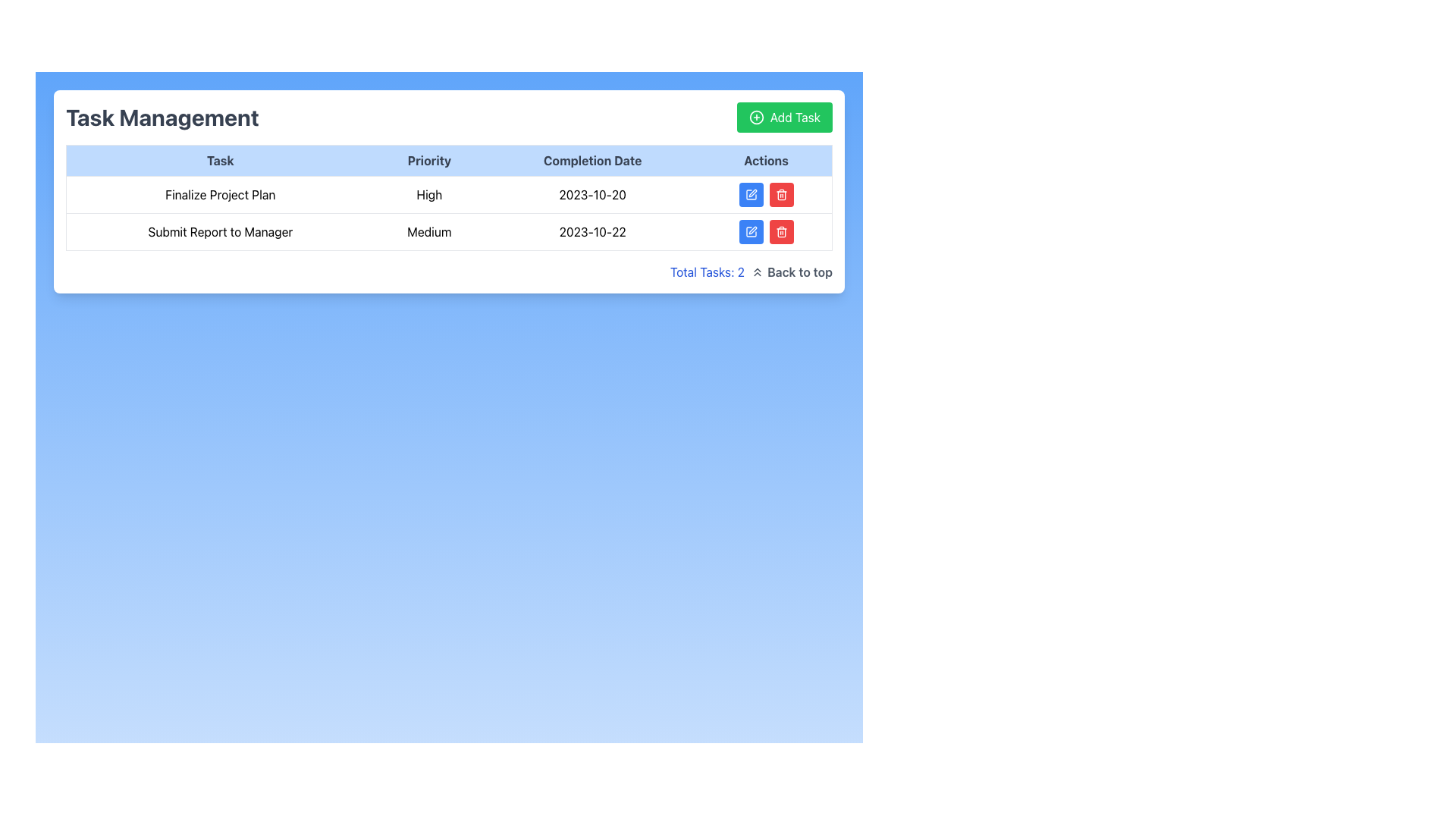 The width and height of the screenshot is (1456, 819). What do you see at coordinates (751, 231) in the screenshot?
I see `the Icon button located in the 'Actions' column of the second row in the task table` at bounding box center [751, 231].